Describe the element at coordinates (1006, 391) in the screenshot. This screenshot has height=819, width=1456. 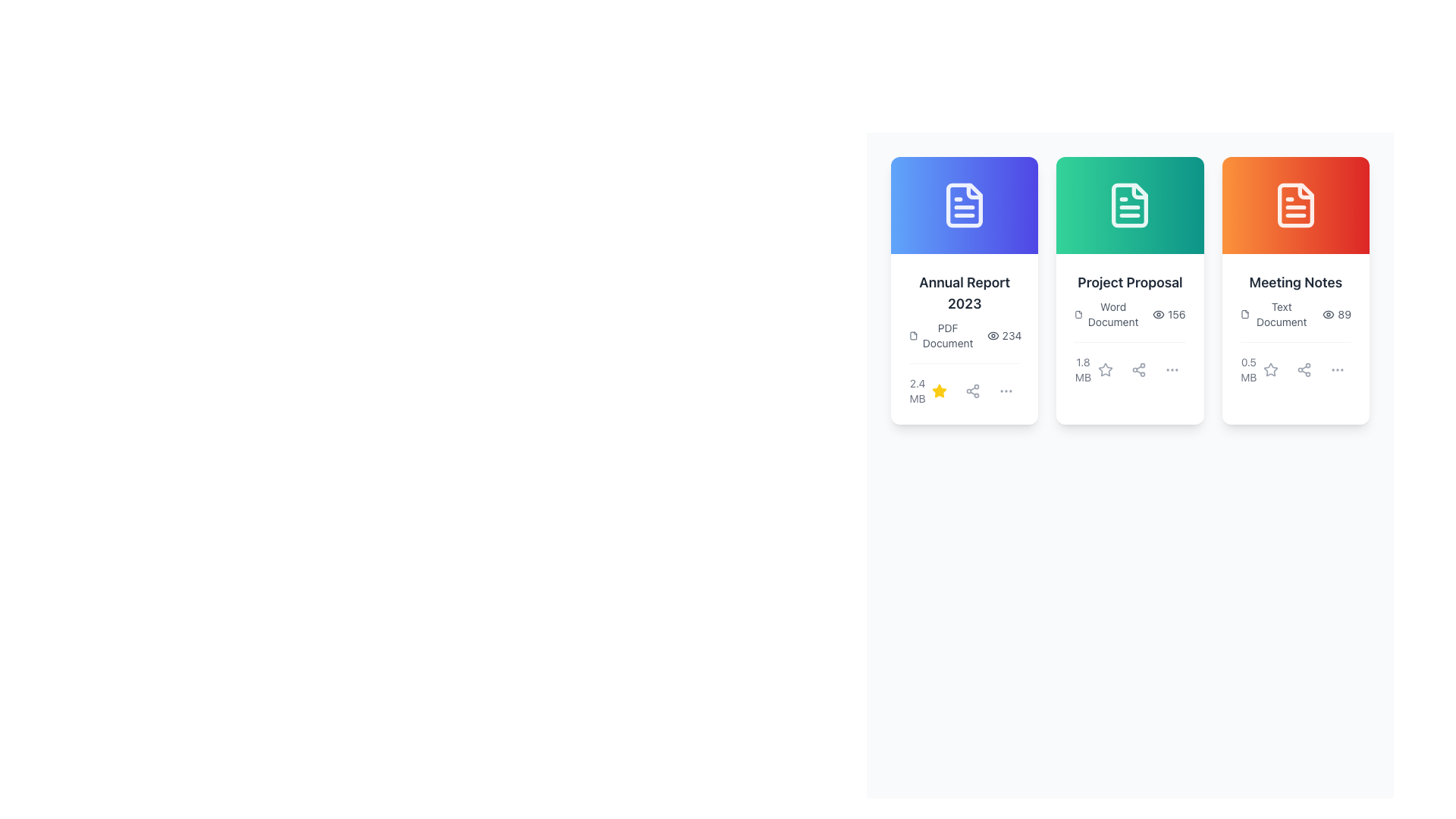
I see `the icon in the bottom toolbar of the 'Annual Report 2023' document` at that location.